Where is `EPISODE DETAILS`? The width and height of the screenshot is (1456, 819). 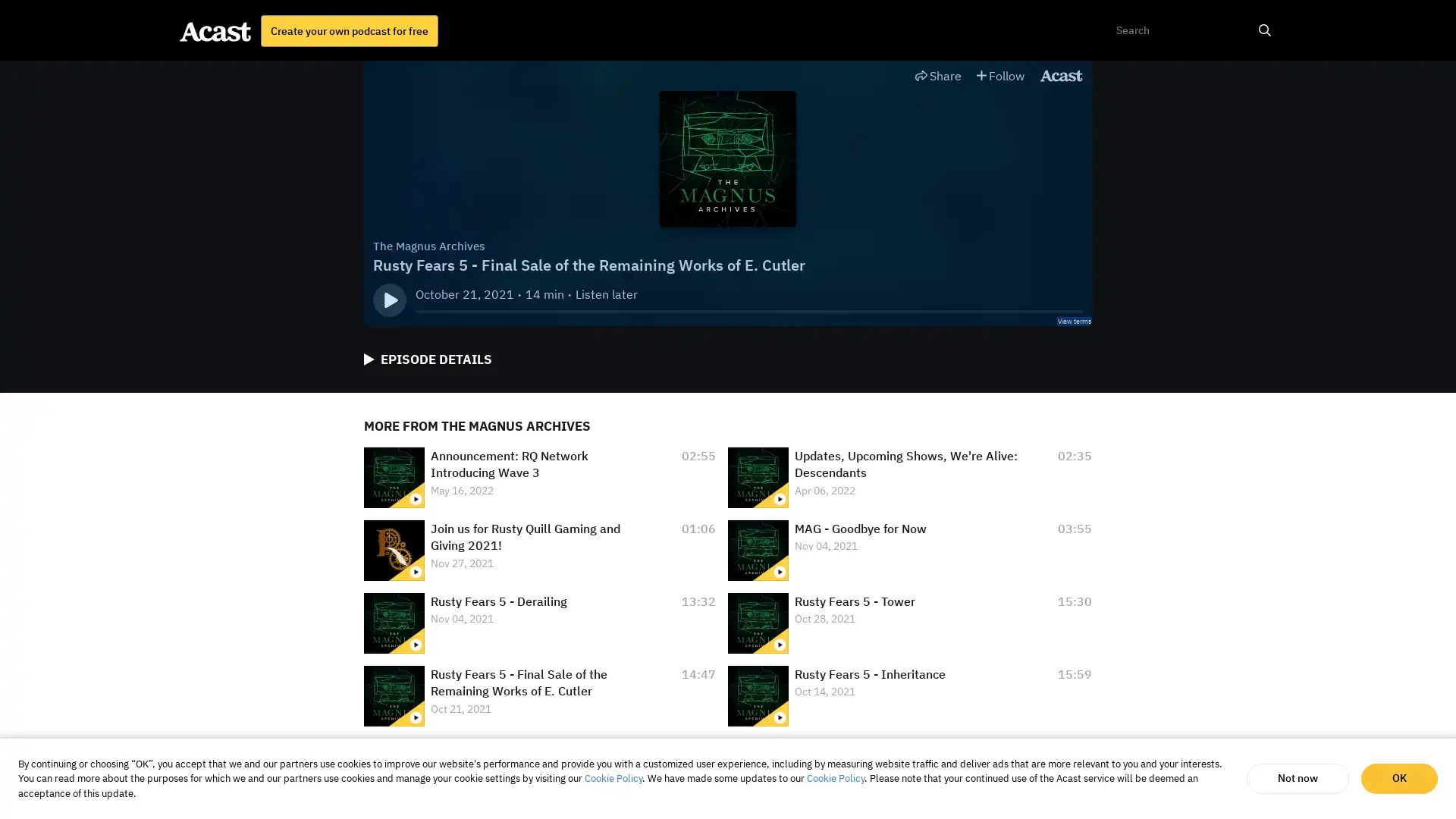
EPISODE DETAILS is located at coordinates (427, 359).